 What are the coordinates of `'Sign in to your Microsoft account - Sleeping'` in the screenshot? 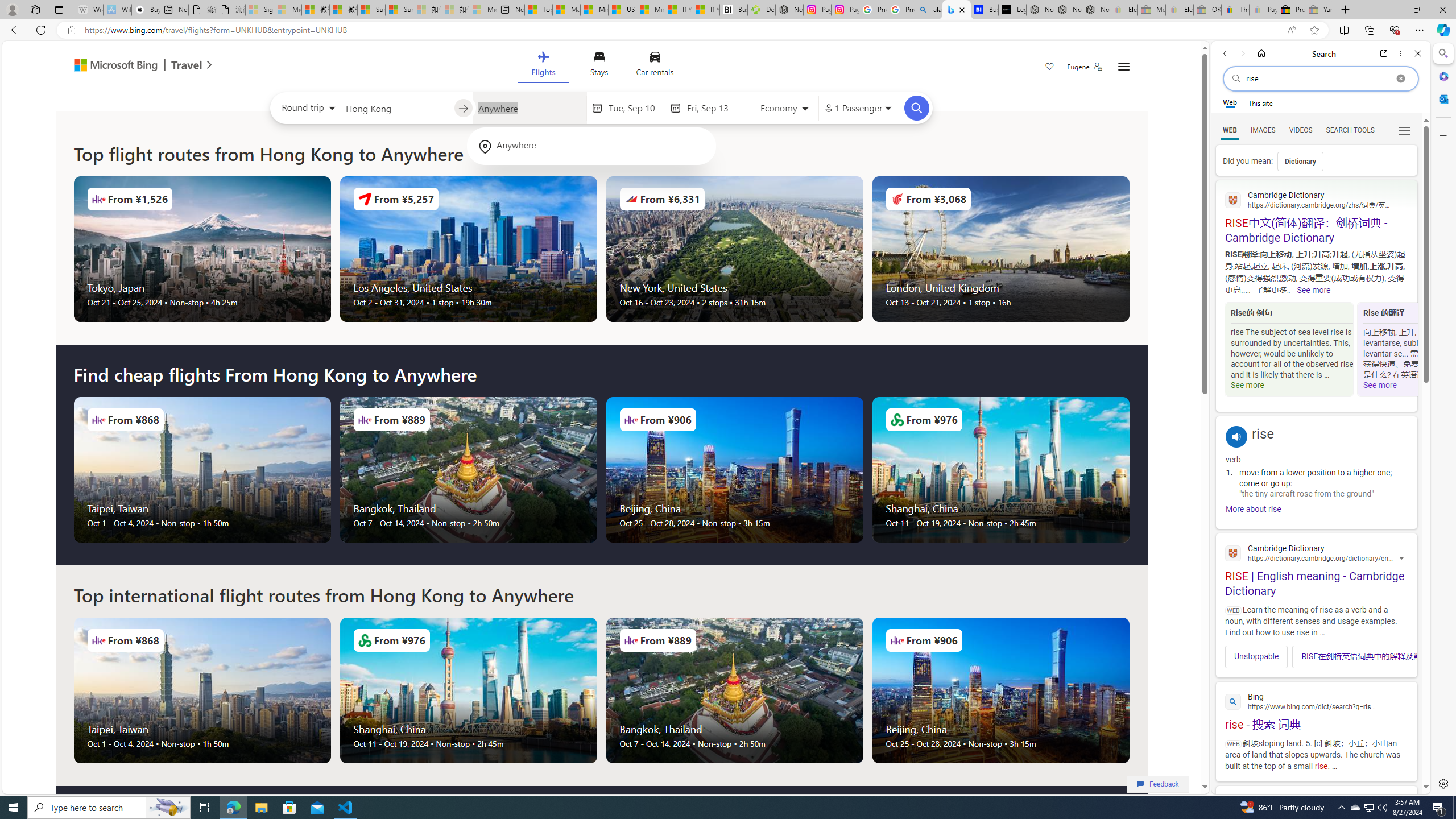 It's located at (258, 9).